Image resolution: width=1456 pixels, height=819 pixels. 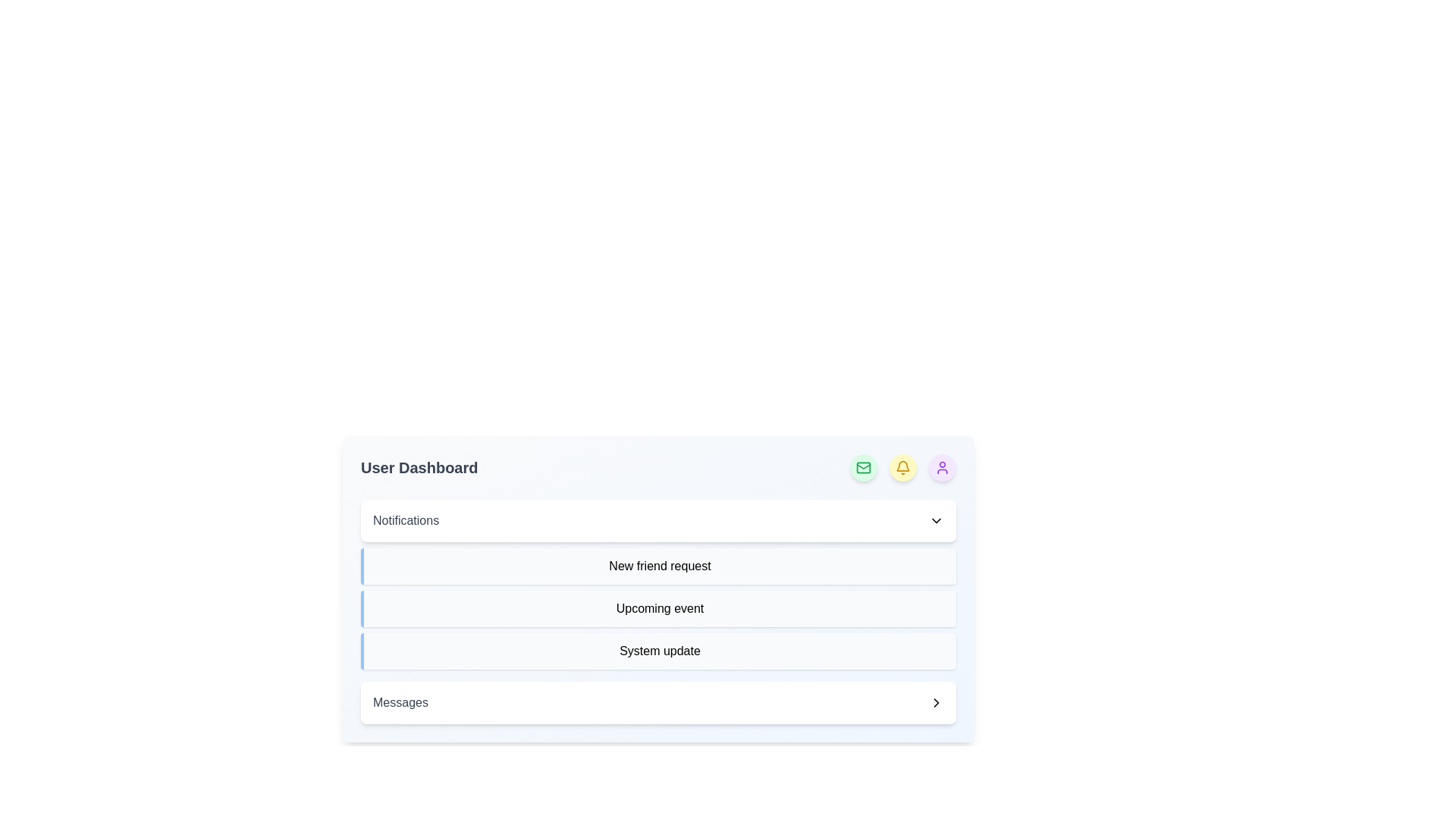 I want to click on the user profile SVG icon located in the top-right corner of the User Dashboard interface, so click(x=942, y=467).